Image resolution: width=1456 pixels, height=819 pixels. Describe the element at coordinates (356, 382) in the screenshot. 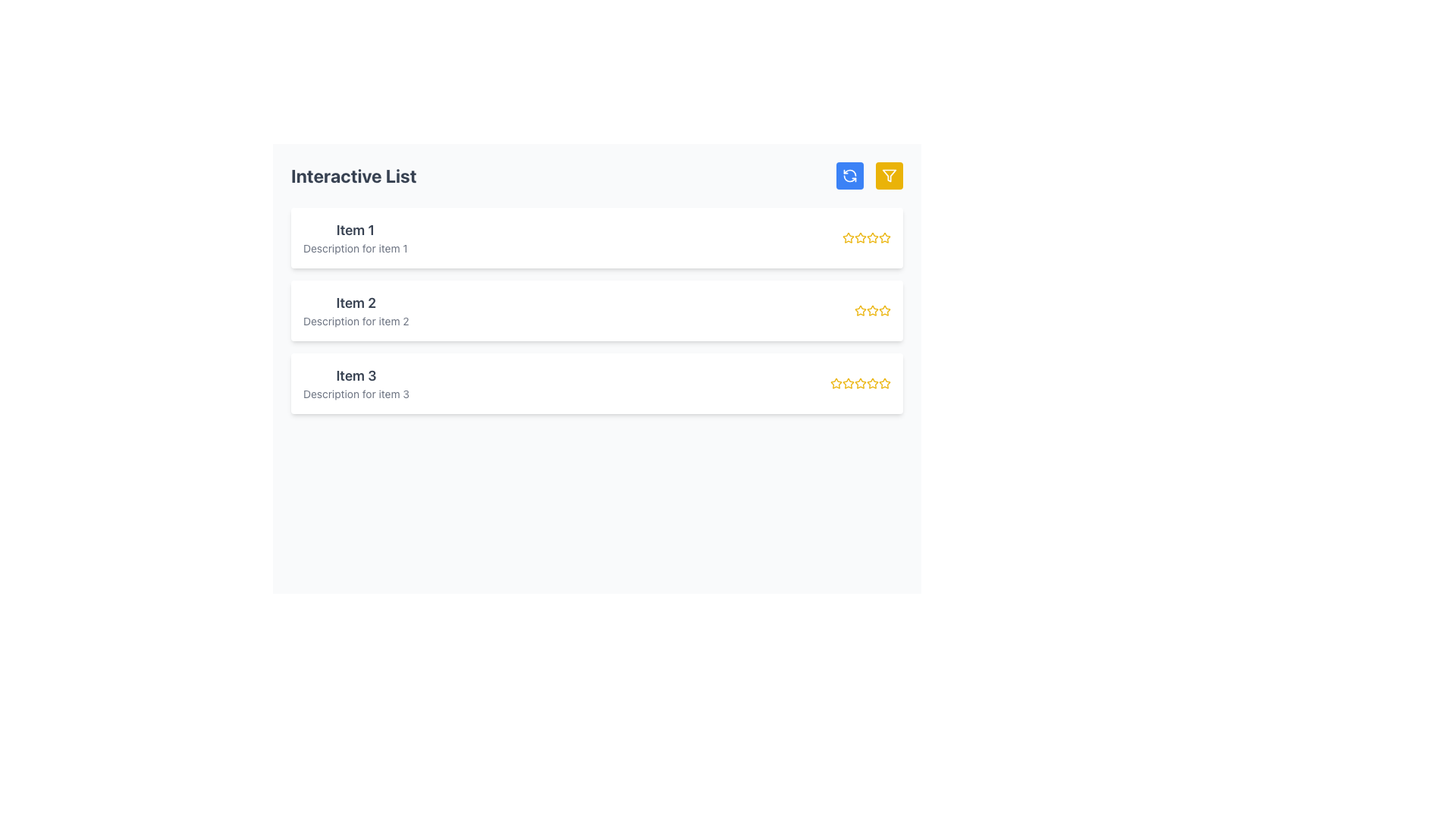

I see `the third list item, which provides a title and description` at that location.